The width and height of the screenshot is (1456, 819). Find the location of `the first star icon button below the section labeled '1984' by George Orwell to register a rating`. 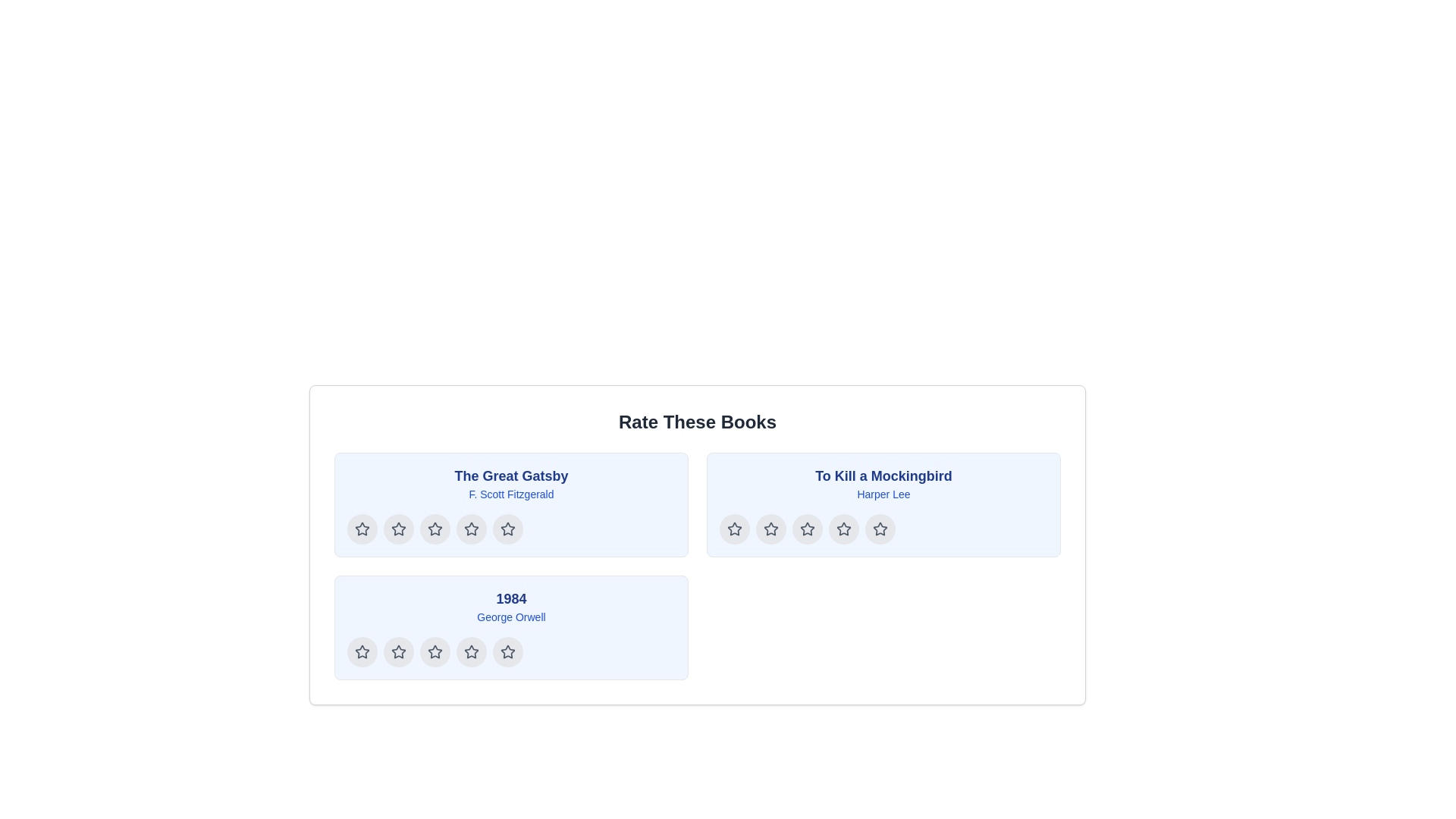

the first star icon button below the section labeled '1984' by George Orwell to register a rating is located at coordinates (362, 651).